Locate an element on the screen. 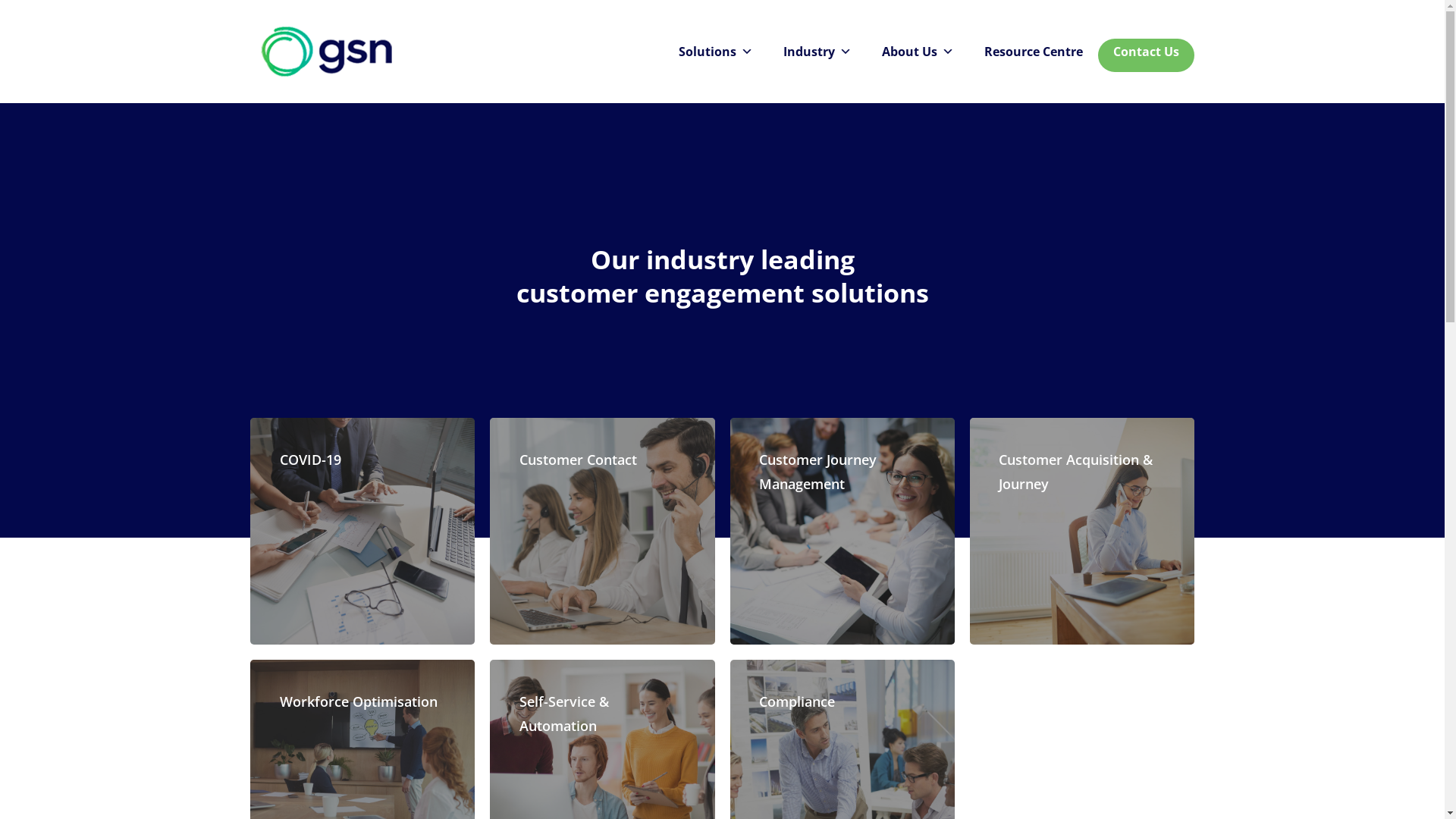  'Contact Us' is located at coordinates (1146, 51).